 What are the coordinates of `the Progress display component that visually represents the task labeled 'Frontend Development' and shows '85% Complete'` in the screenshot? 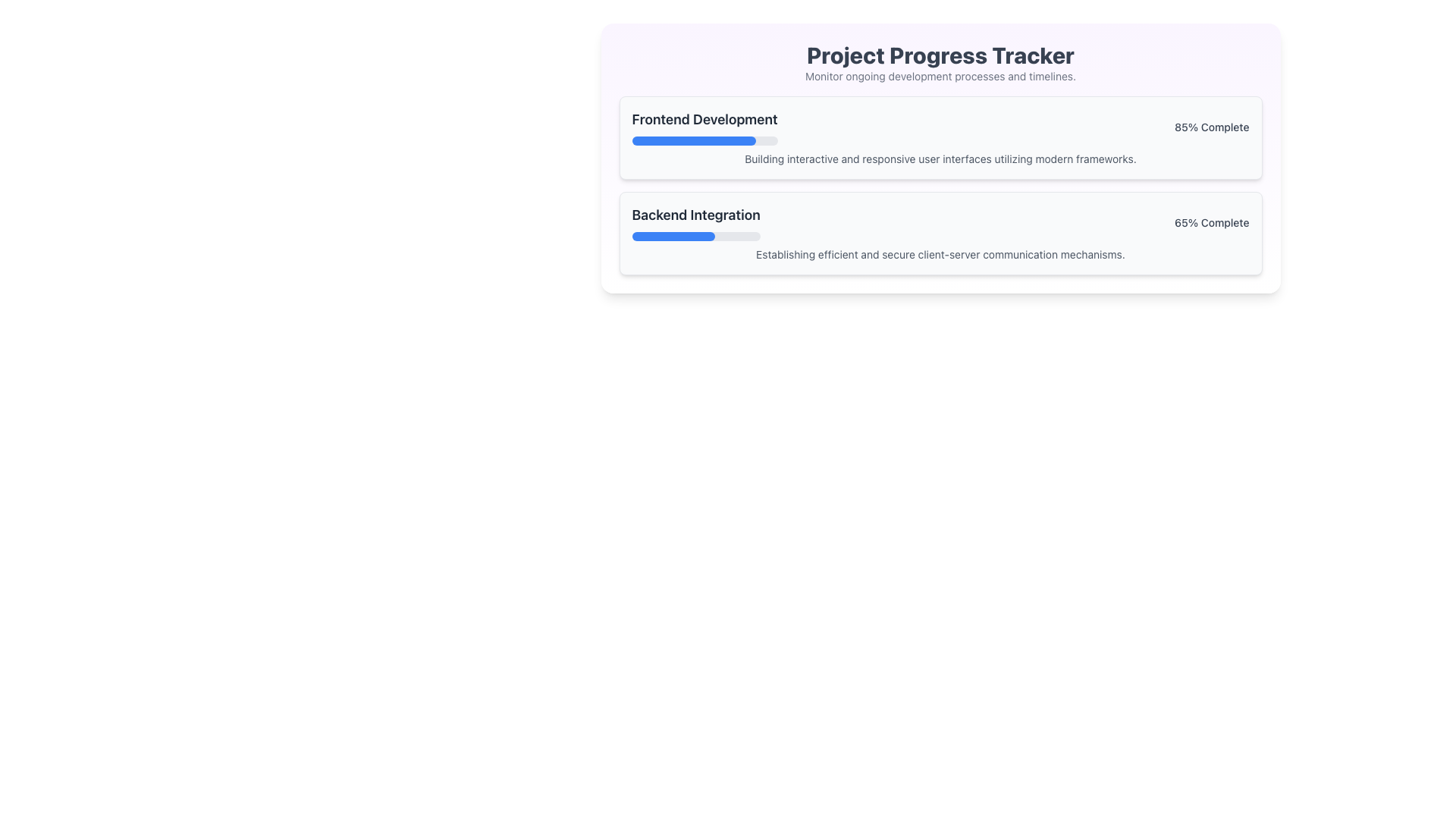 It's located at (940, 127).